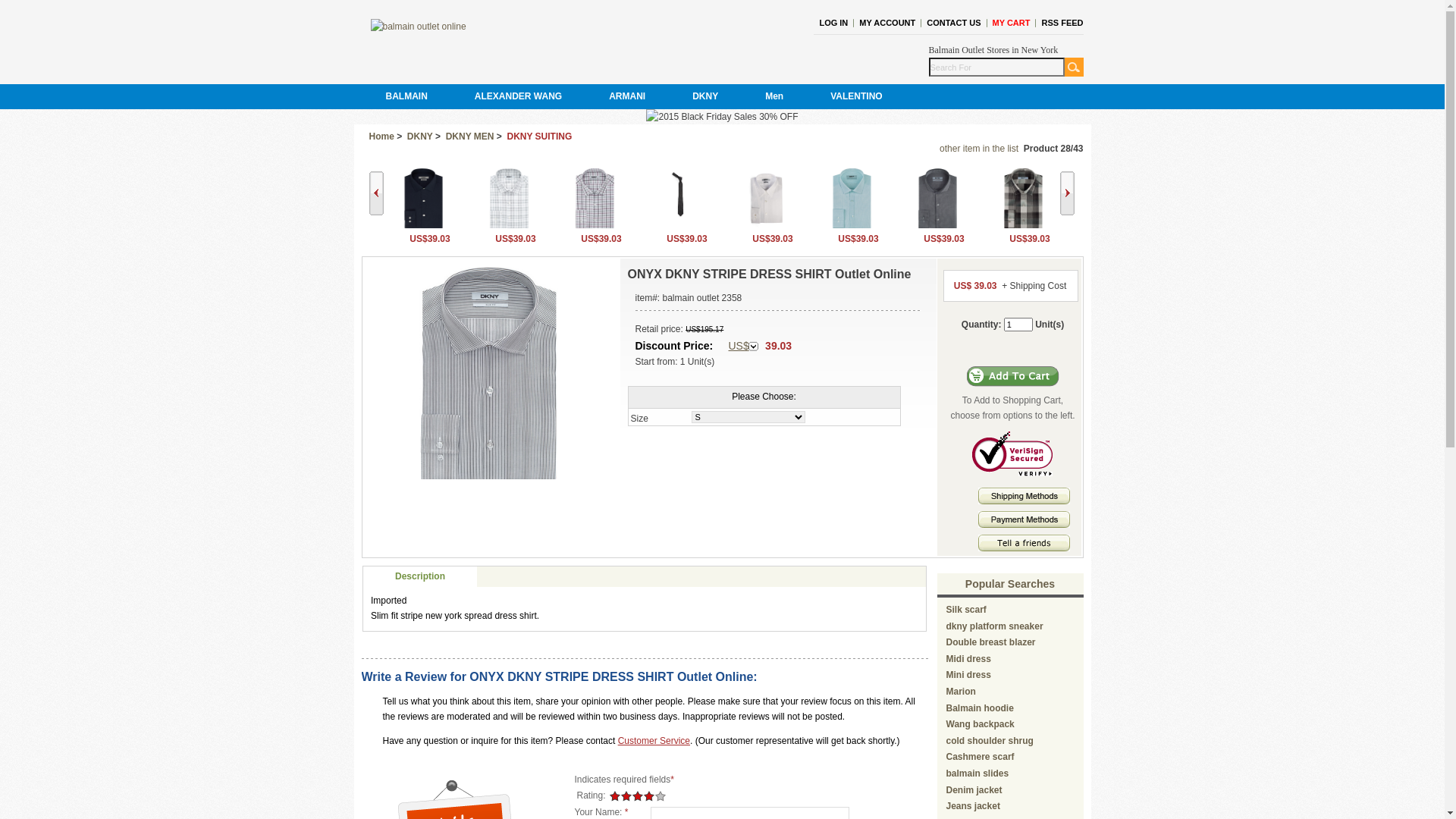 The width and height of the screenshot is (1456, 819). I want to click on 'ARMANI', so click(626, 96).